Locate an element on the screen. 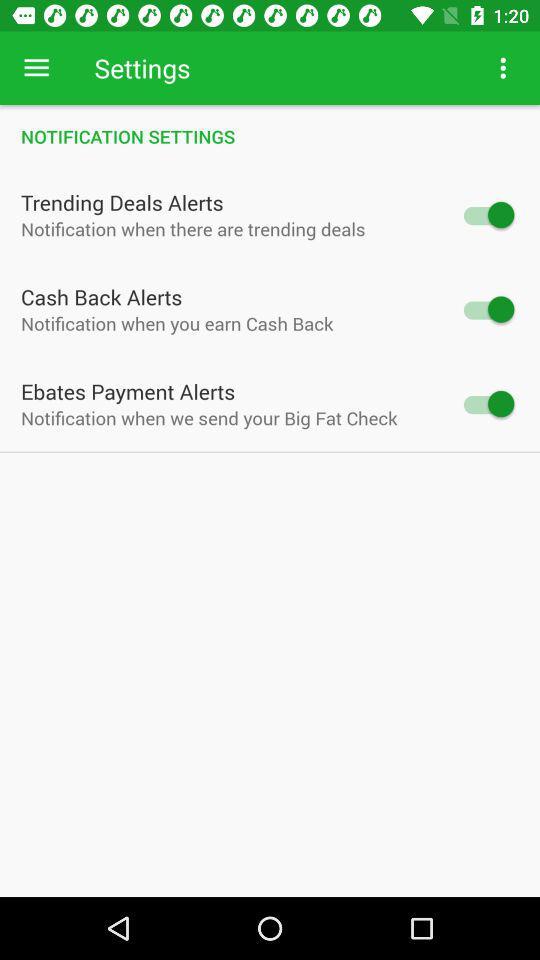 This screenshot has width=540, height=960. item above the notification settings item is located at coordinates (36, 68).